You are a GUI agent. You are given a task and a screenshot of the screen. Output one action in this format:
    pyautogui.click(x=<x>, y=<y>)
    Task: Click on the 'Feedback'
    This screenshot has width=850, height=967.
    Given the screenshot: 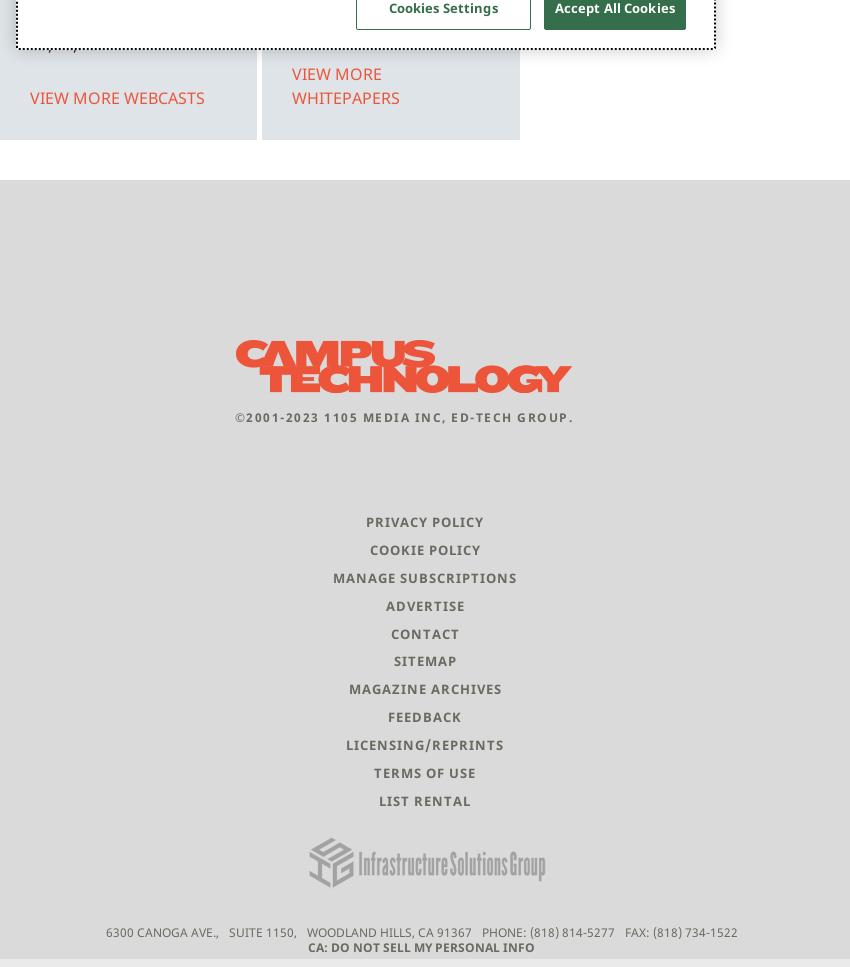 What is the action you would take?
    pyautogui.click(x=425, y=716)
    